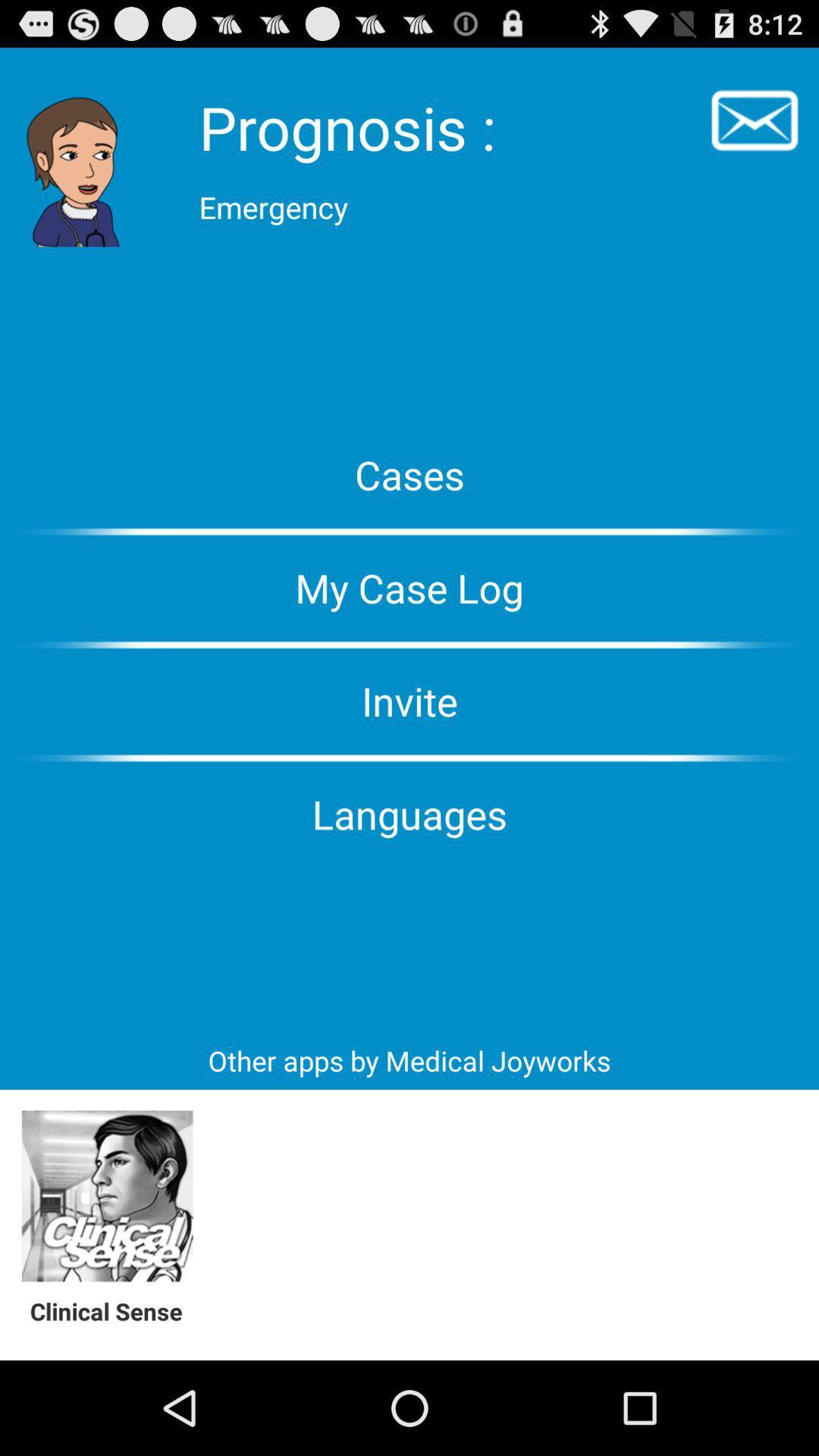 The height and width of the screenshot is (1456, 819). What do you see at coordinates (106, 1196) in the screenshot?
I see `icon above the clinical sense` at bounding box center [106, 1196].